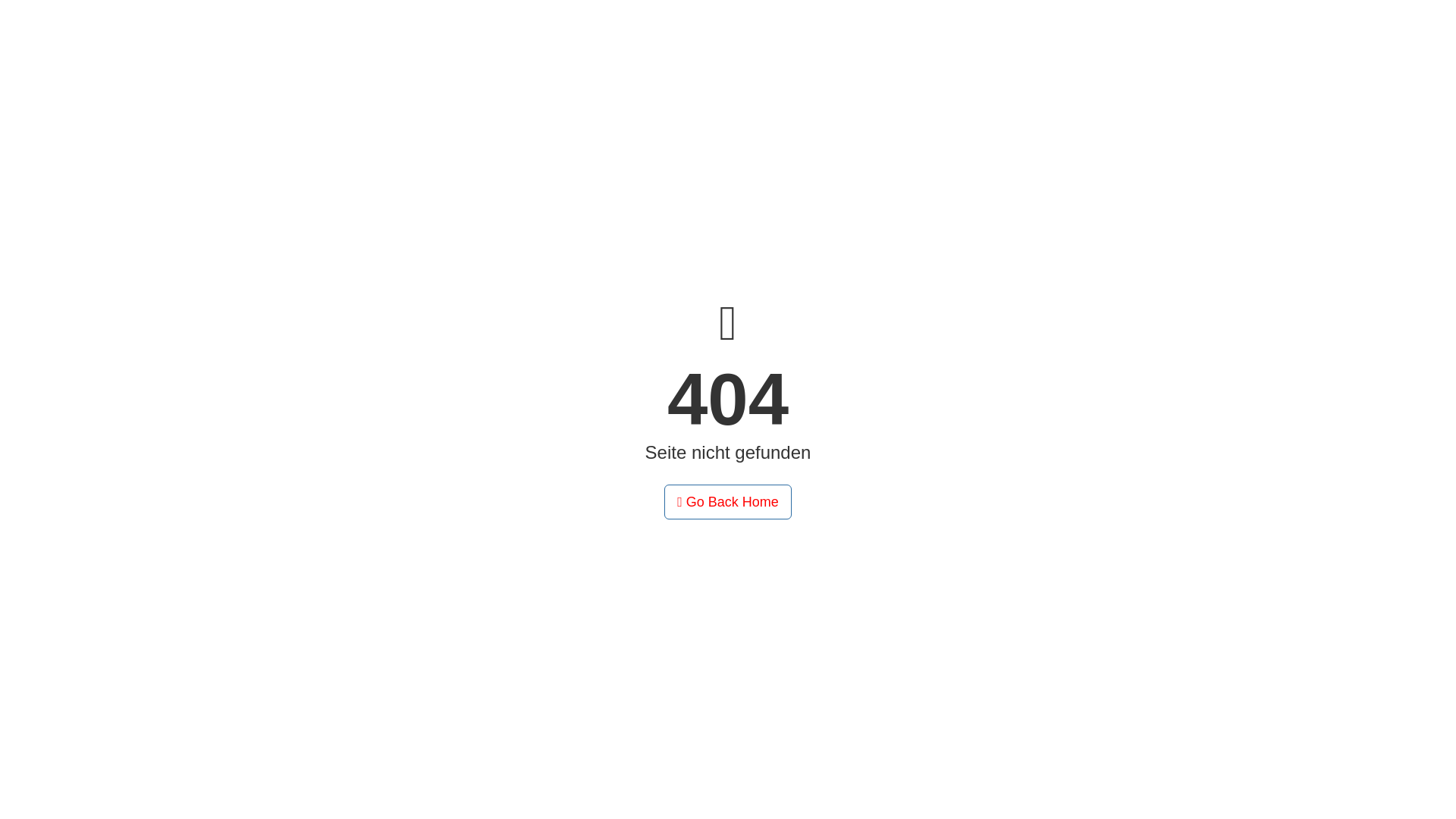  I want to click on 'Go Back Home', so click(664, 502).